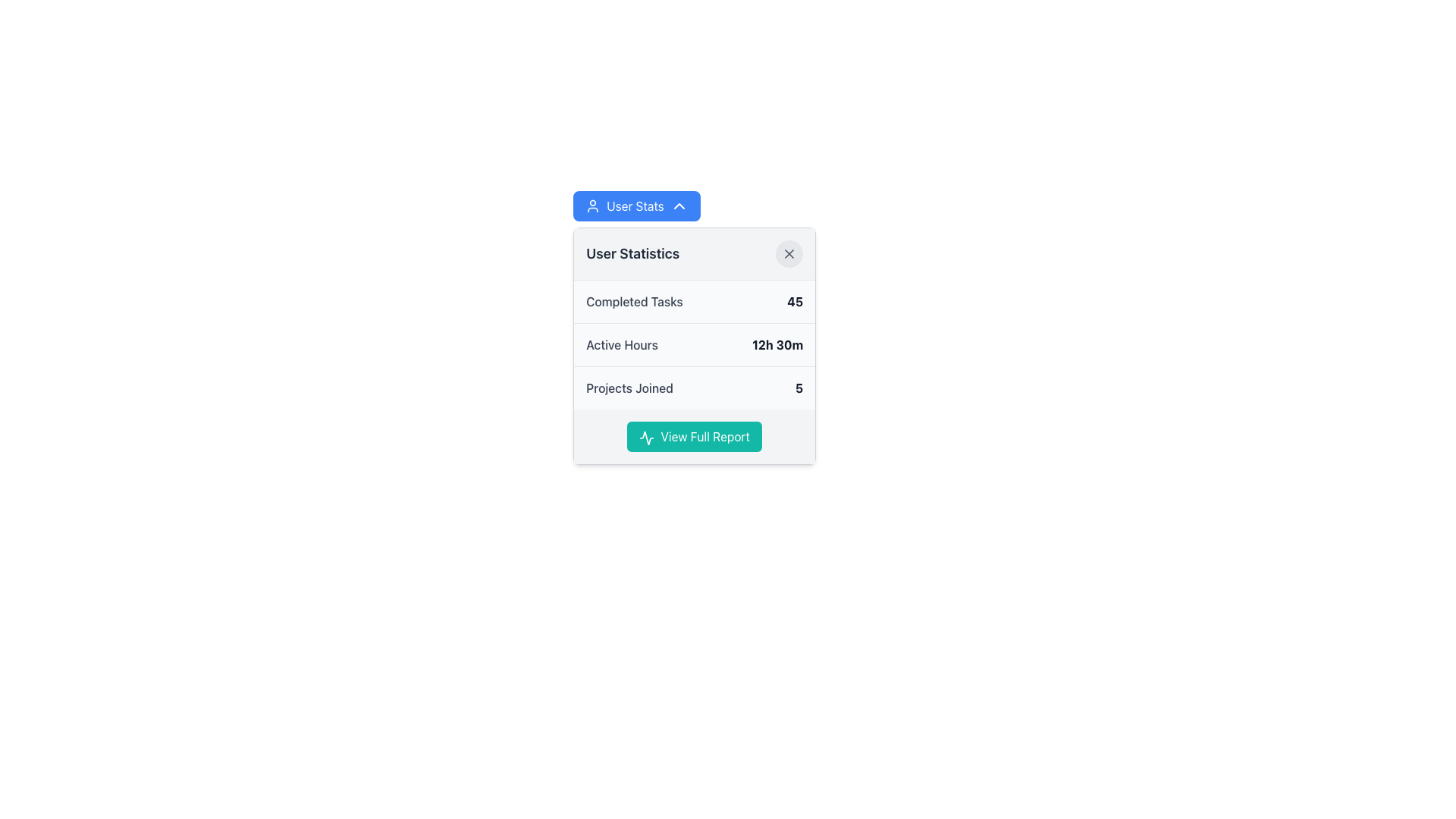 The width and height of the screenshot is (1456, 819). What do you see at coordinates (789, 253) in the screenshot?
I see `the close button (circular gray button with an 'X' icon) in the top-right corner of the 'User Statistics' header` at bounding box center [789, 253].